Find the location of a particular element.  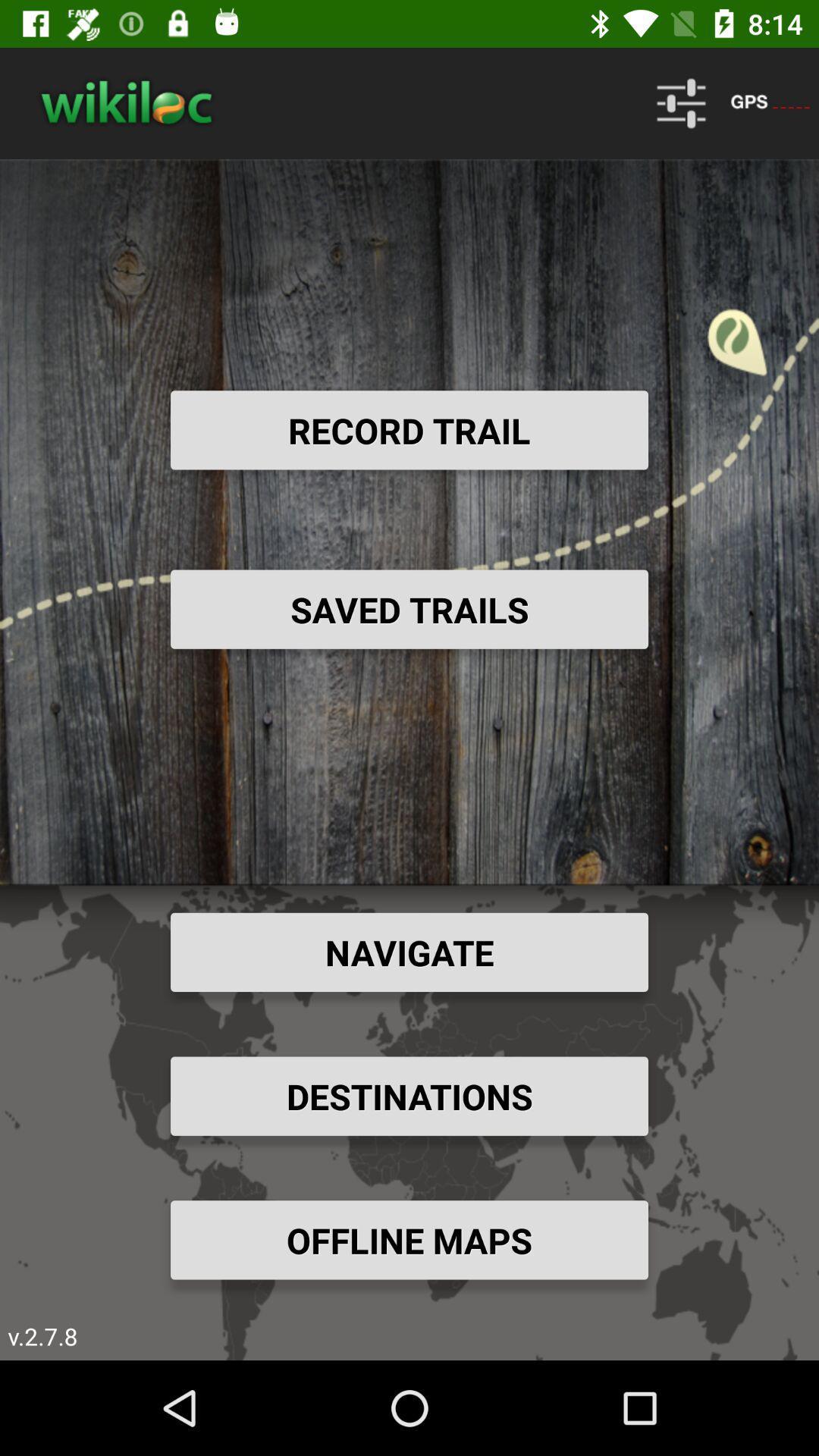

item below saved trails item is located at coordinates (409, 951).